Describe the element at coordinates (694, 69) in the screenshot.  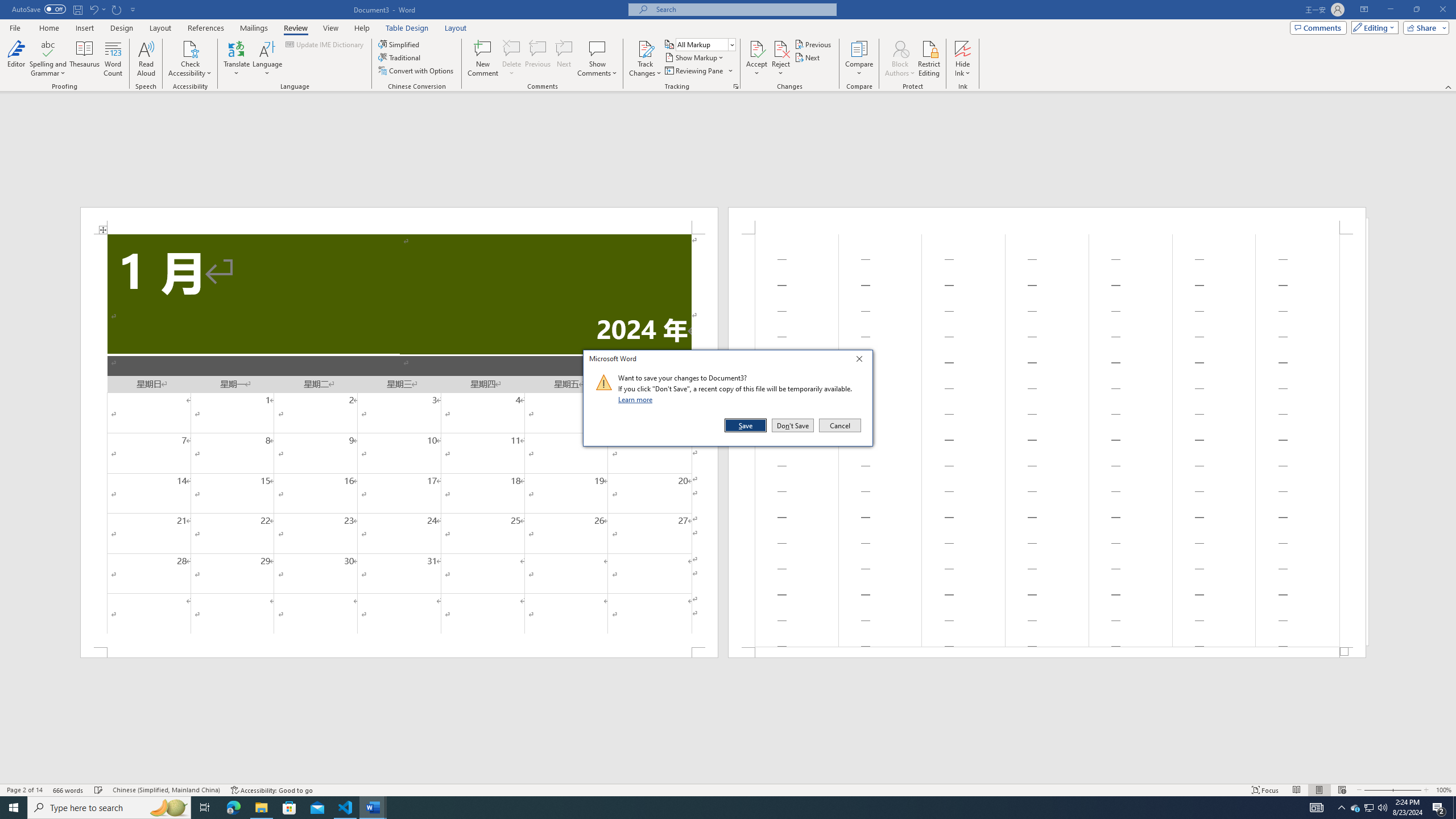
I see `'Reviewing Pane'` at that location.